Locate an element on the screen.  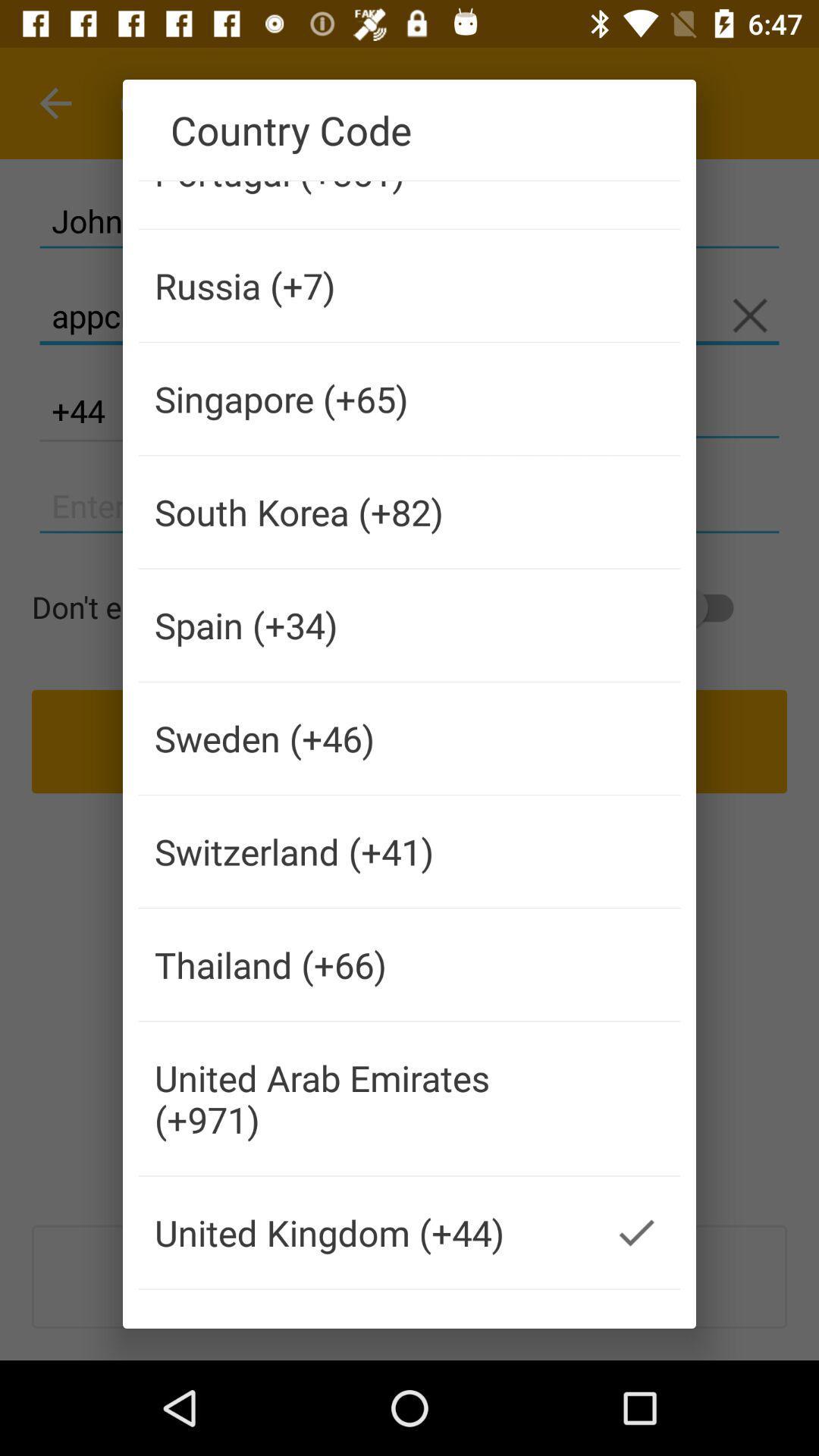
icon below the russia (+7) icon is located at coordinates (366, 399).